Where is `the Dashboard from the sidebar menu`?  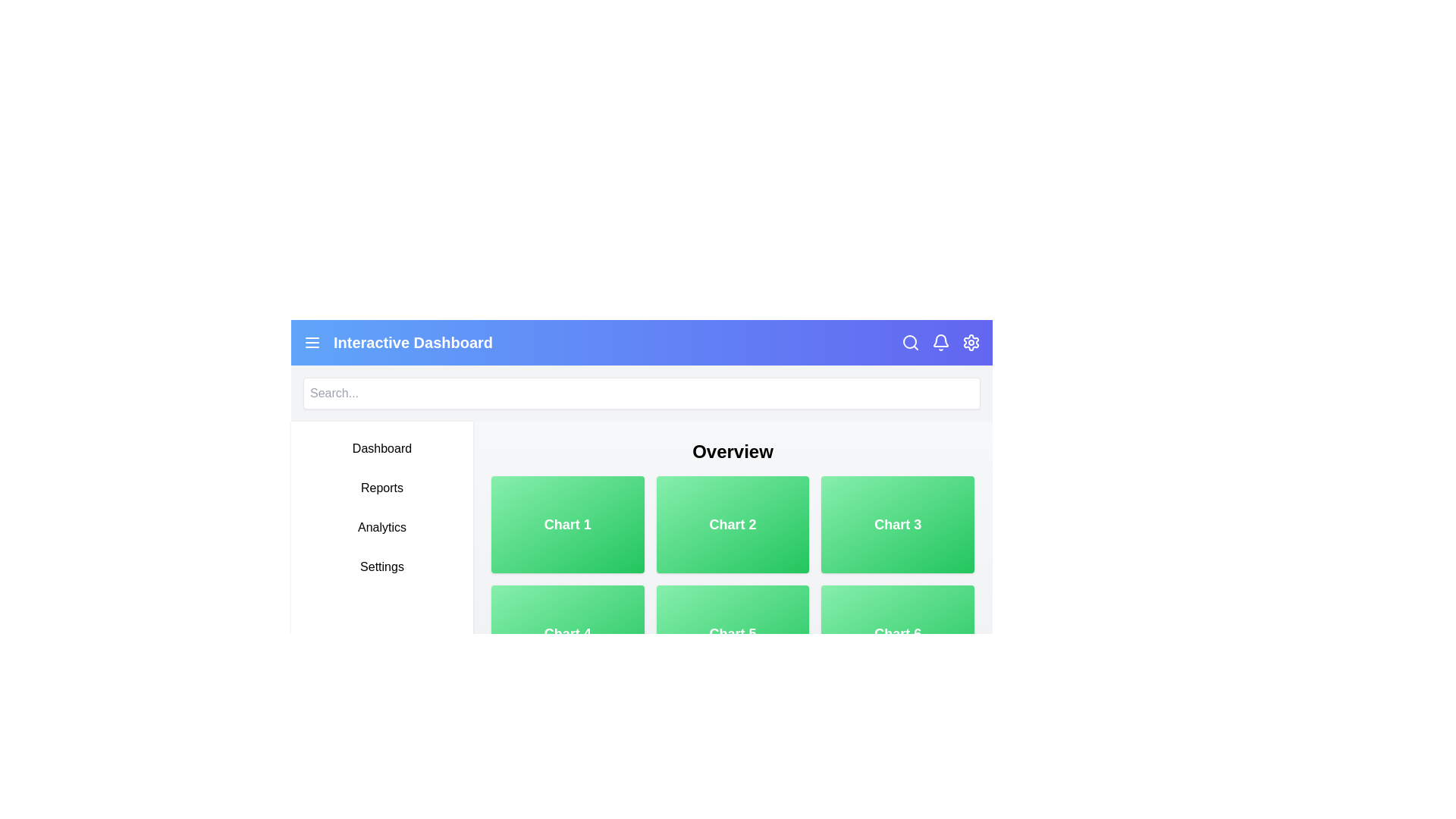
the Dashboard from the sidebar menu is located at coordinates (382, 447).